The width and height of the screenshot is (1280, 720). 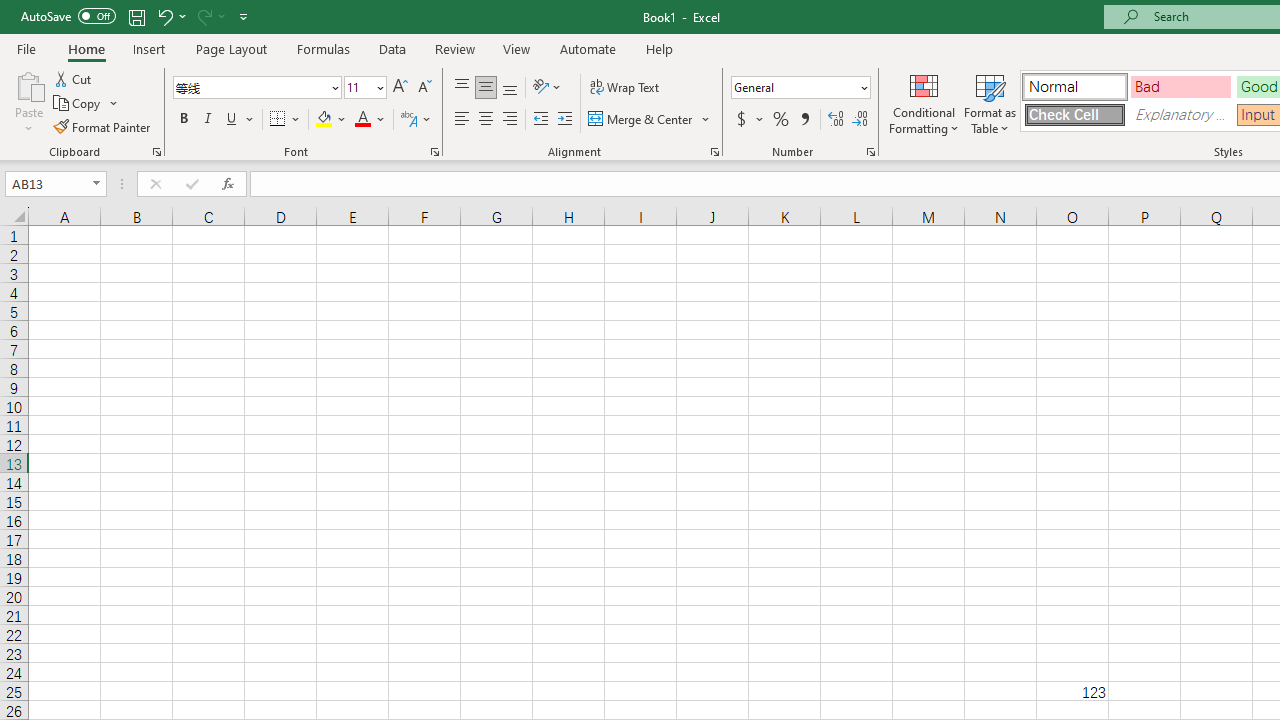 I want to click on 'Decrease Indent', so click(x=540, y=119).